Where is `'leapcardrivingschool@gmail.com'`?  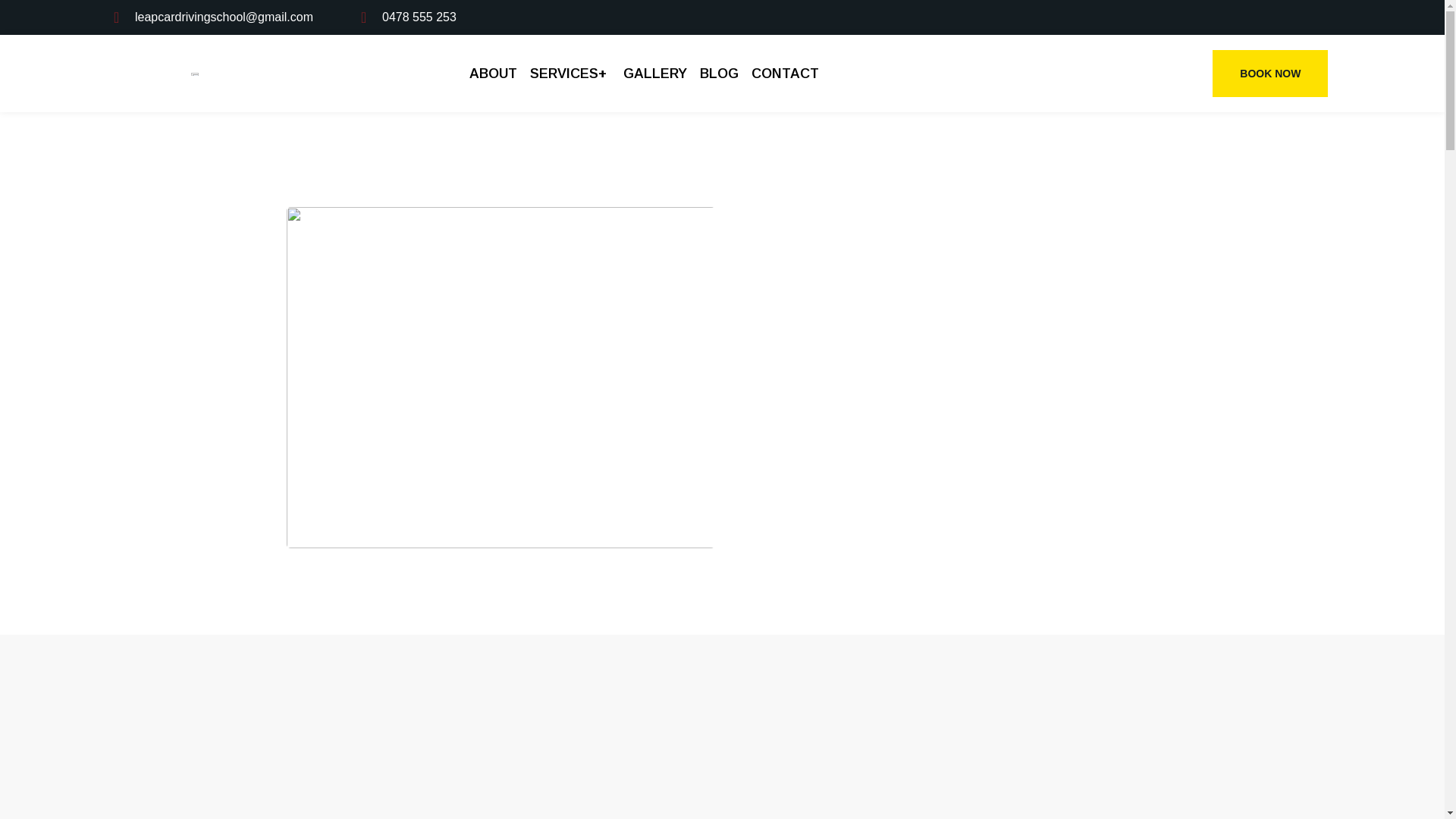 'leapcardrivingschool@gmail.com' is located at coordinates (112, 17).